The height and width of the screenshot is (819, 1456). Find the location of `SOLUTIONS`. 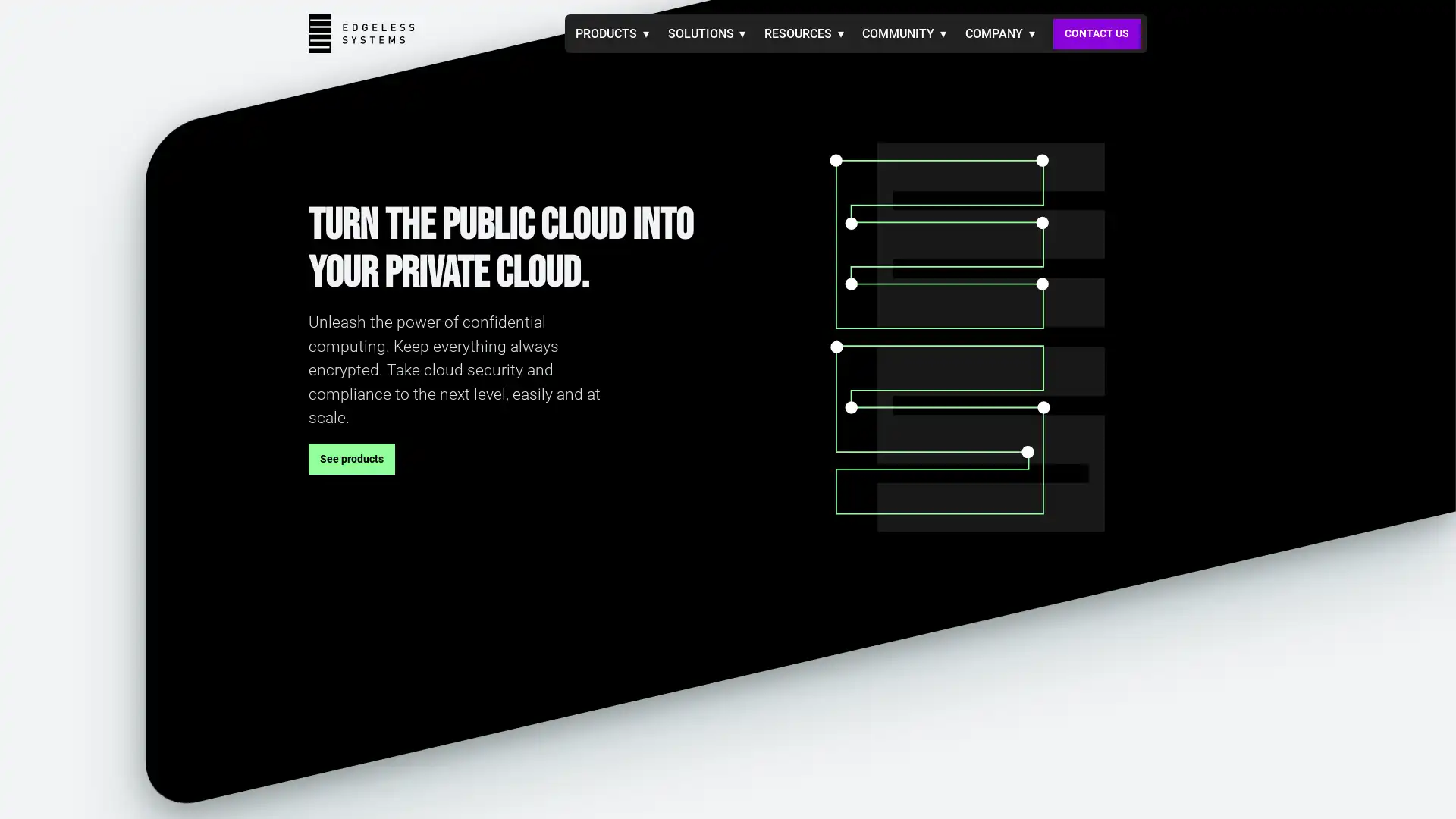

SOLUTIONS is located at coordinates (705, 33).